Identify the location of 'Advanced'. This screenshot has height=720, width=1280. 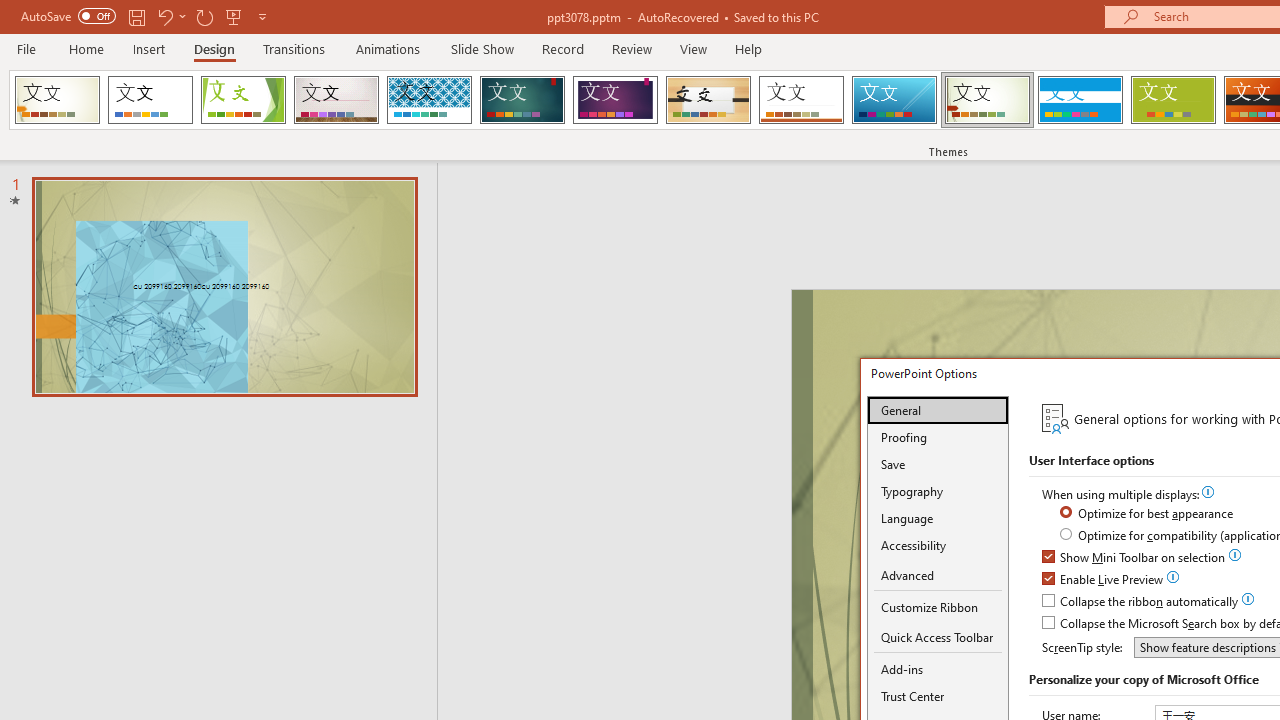
(937, 576).